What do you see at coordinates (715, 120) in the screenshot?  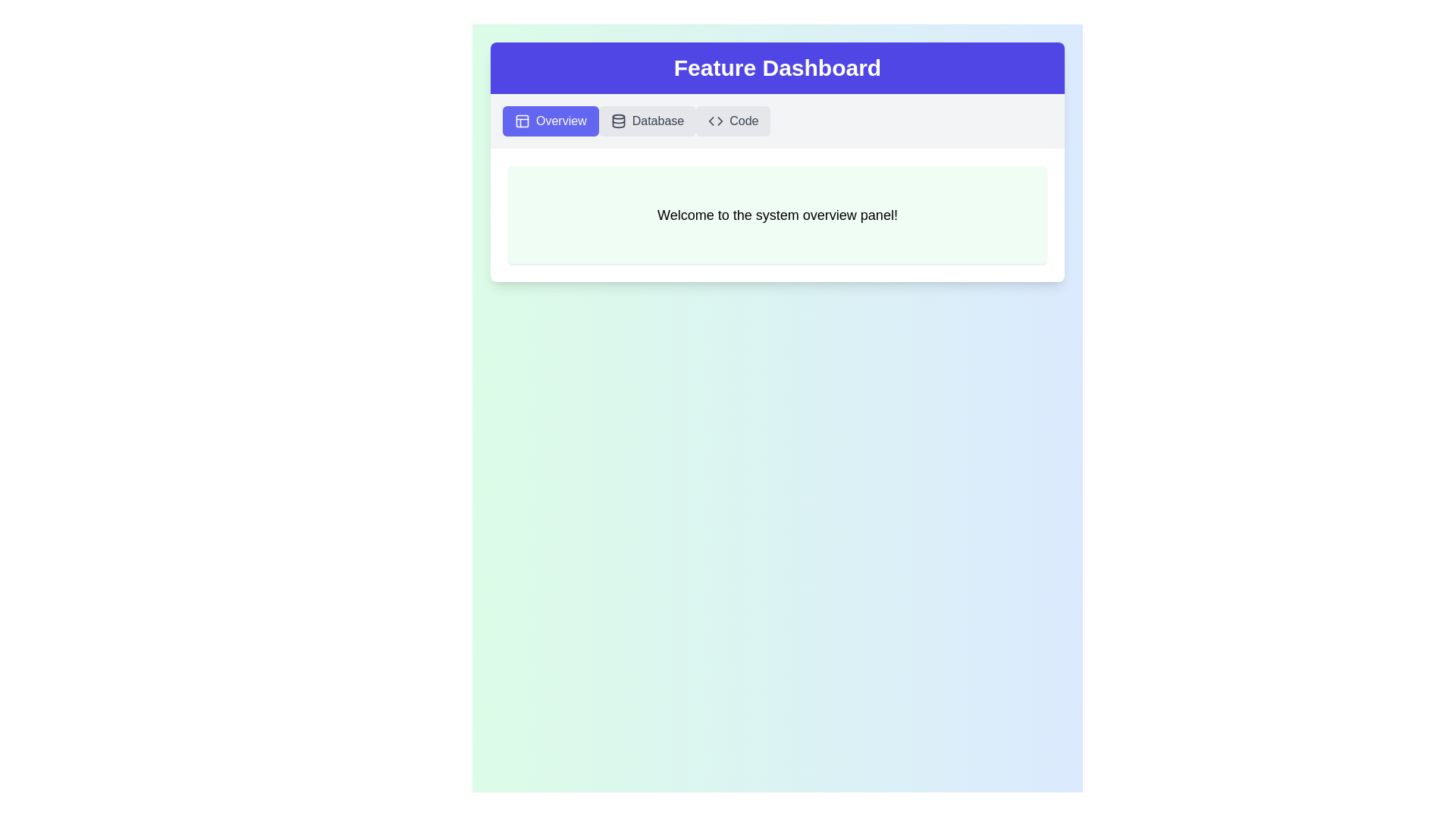 I see `the 'Code' button in the navigation bar` at bounding box center [715, 120].